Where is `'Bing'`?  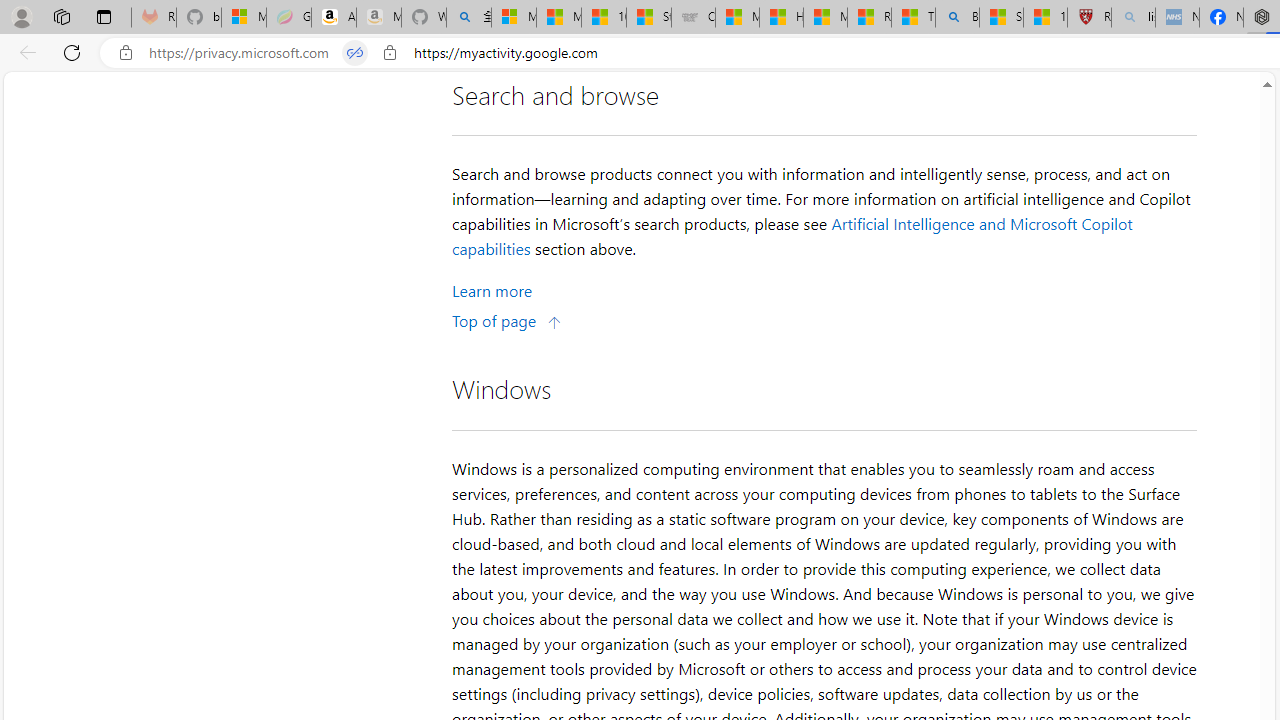
'Bing' is located at coordinates (956, 17).